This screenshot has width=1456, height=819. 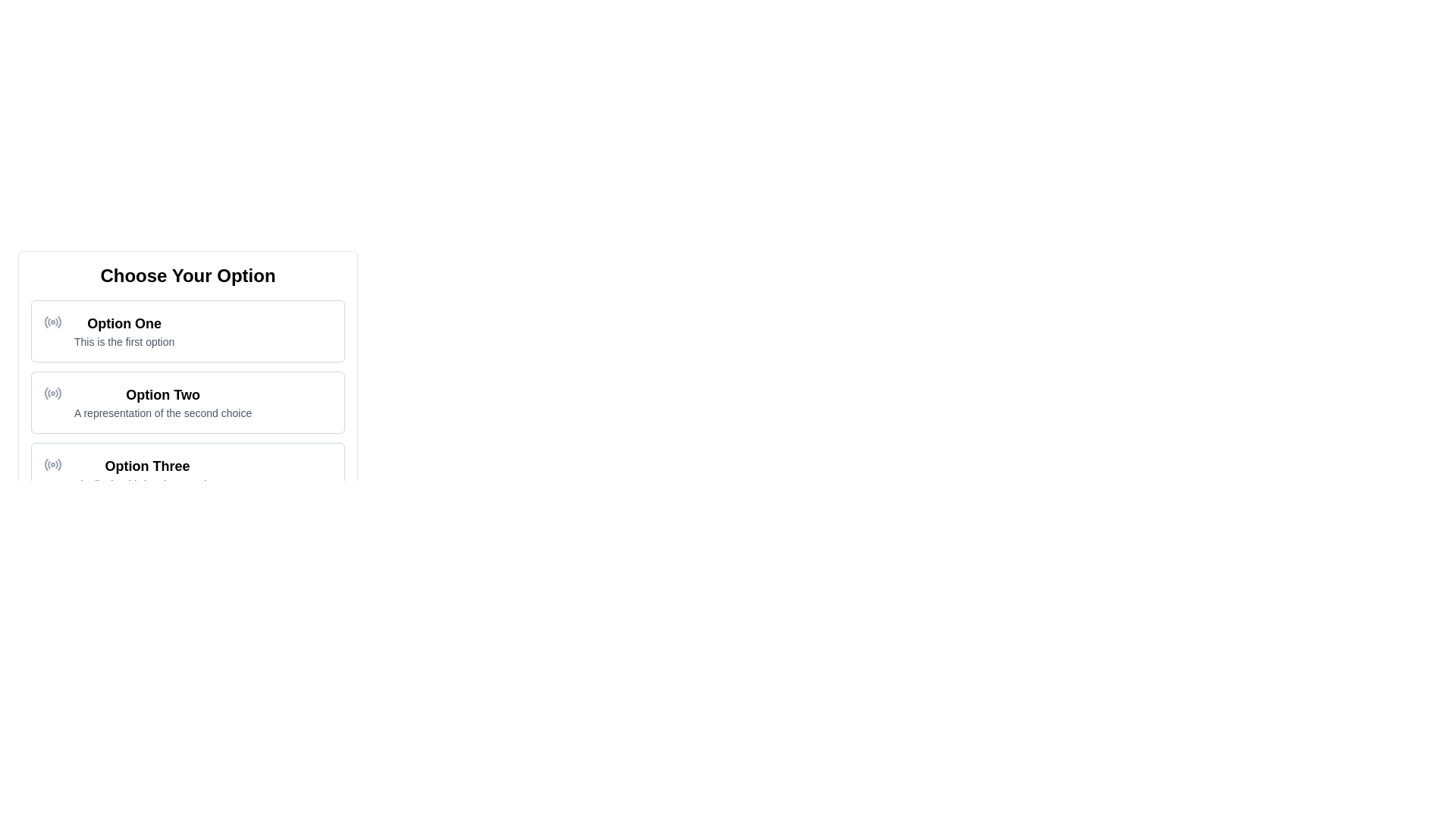 I want to click on the small, curved line segment of the circular radio button icon labeled 'Option Three', so click(x=46, y=464).